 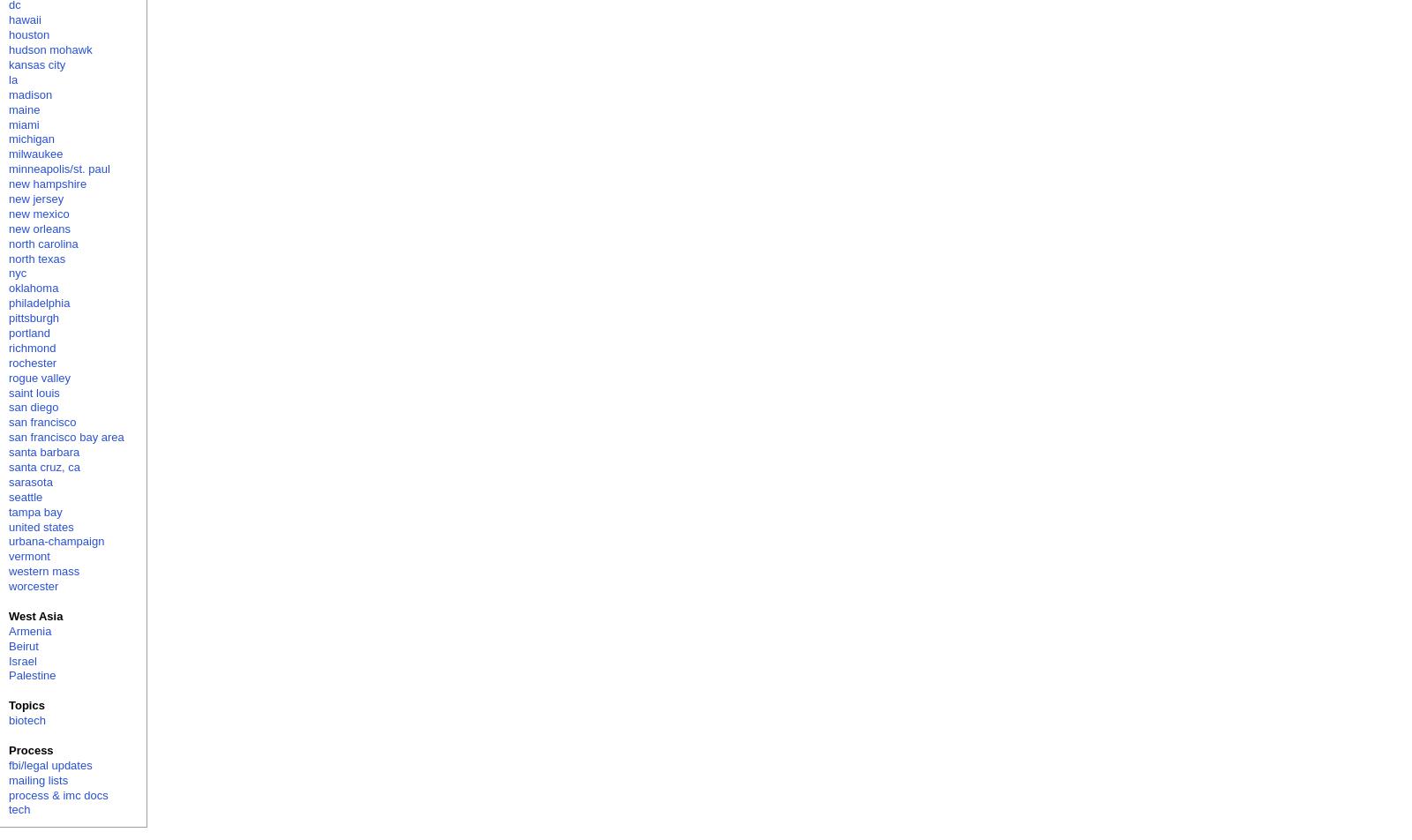 I want to click on 'santa cruz, ca', so click(x=42, y=466).